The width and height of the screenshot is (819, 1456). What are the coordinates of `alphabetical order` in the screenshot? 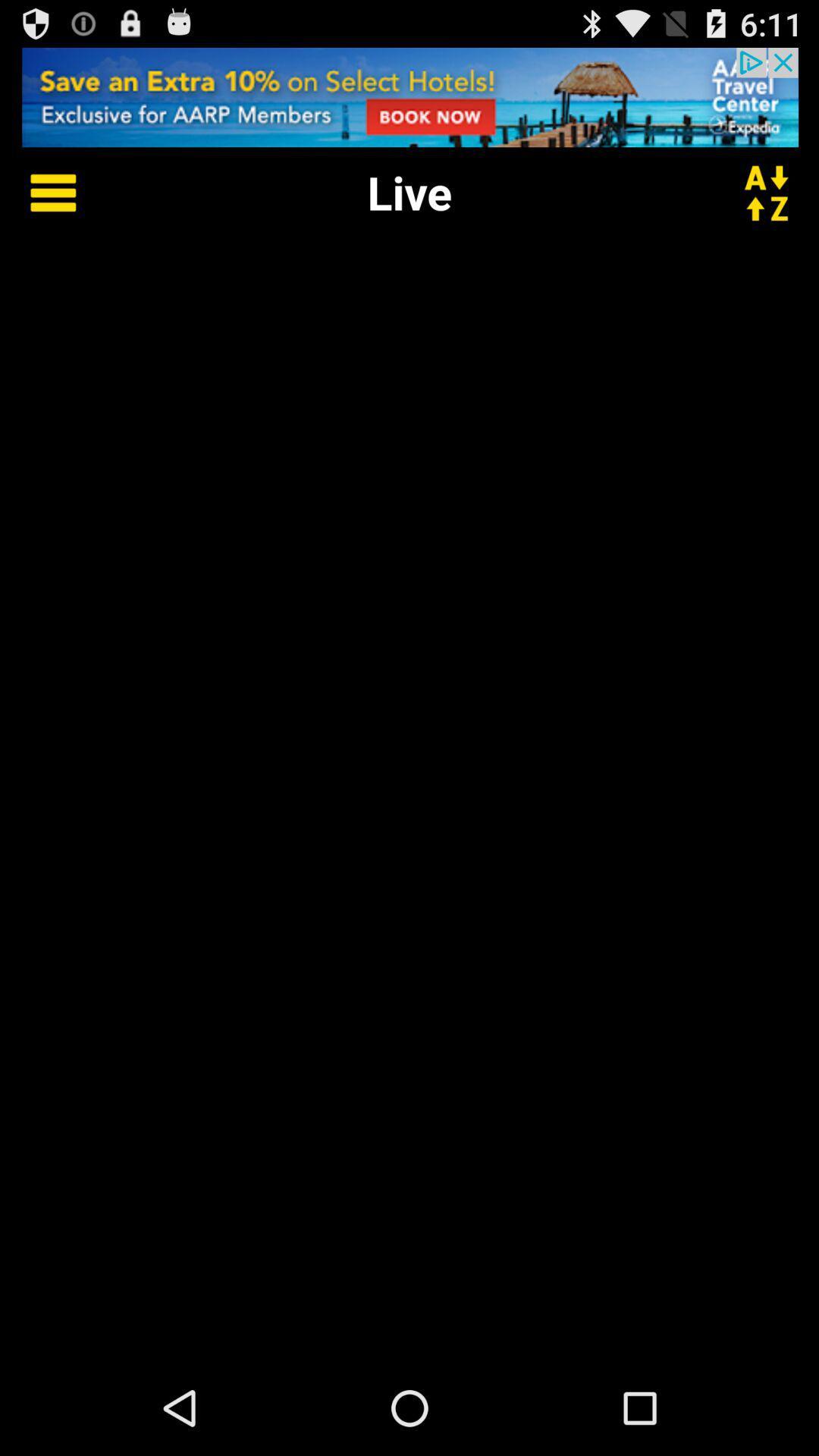 It's located at (776, 191).